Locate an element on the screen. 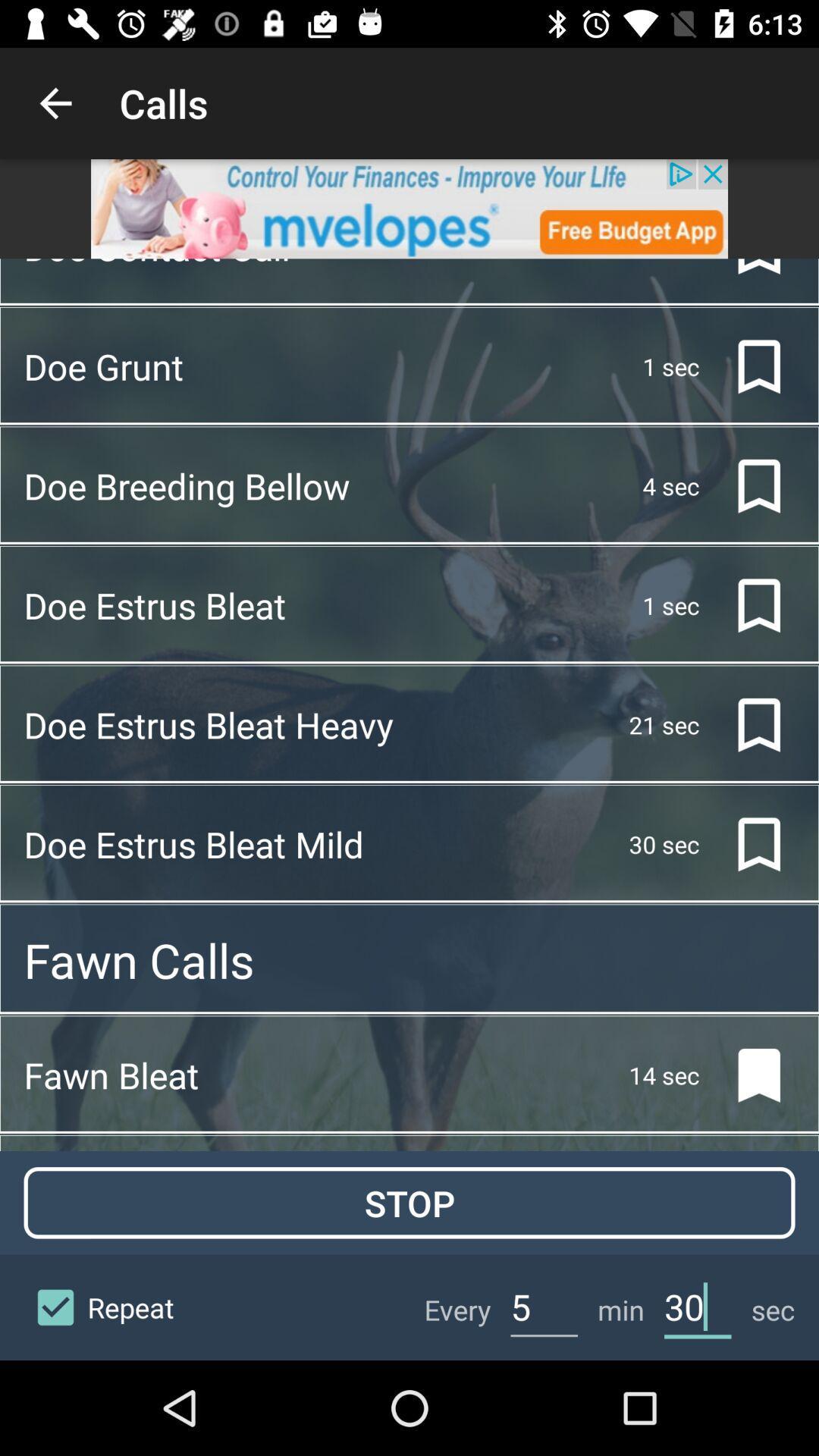  the bookmark icon is located at coordinates (746, 724).